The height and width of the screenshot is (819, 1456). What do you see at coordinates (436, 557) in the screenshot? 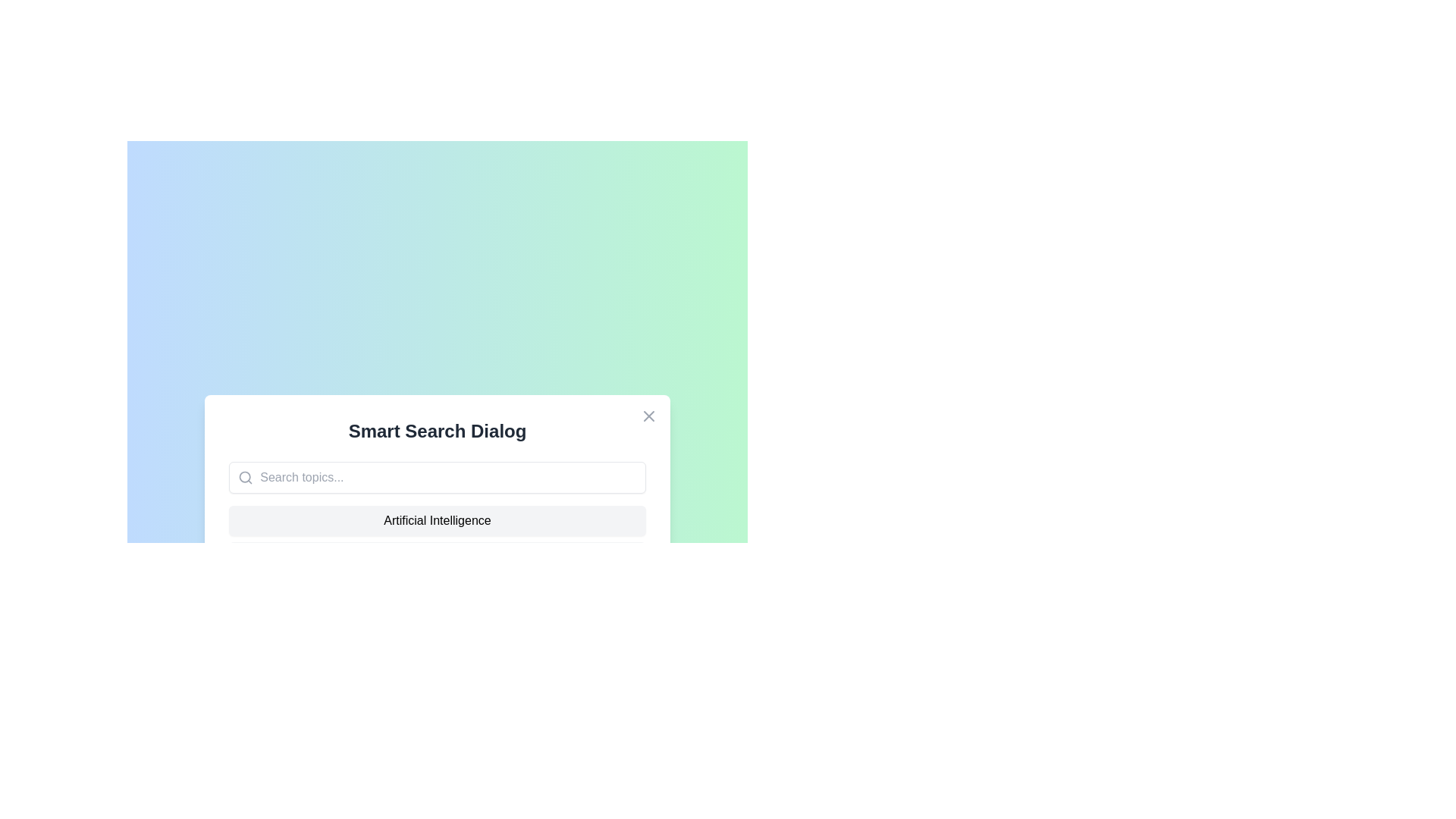
I see `the suggestion Cloud Computing to highlight it` at bounding box center [436, 557].